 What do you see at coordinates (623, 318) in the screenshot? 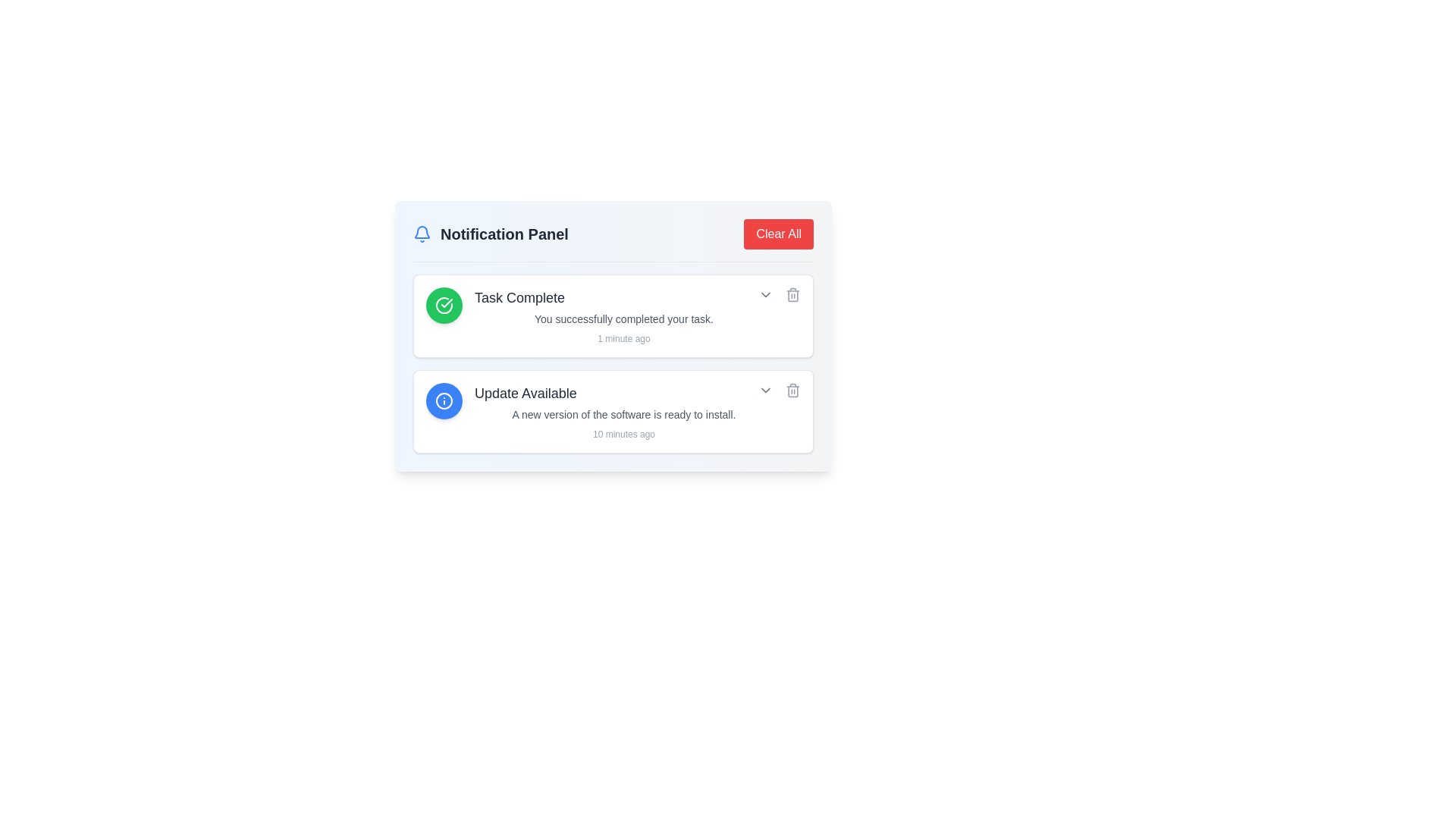
I see `the text label displaying the message 'You successfully completed your task.' which is located beneath the main title 'Task Complete' within the notification card in the Notification Panel` at bounding box center [623, 318].